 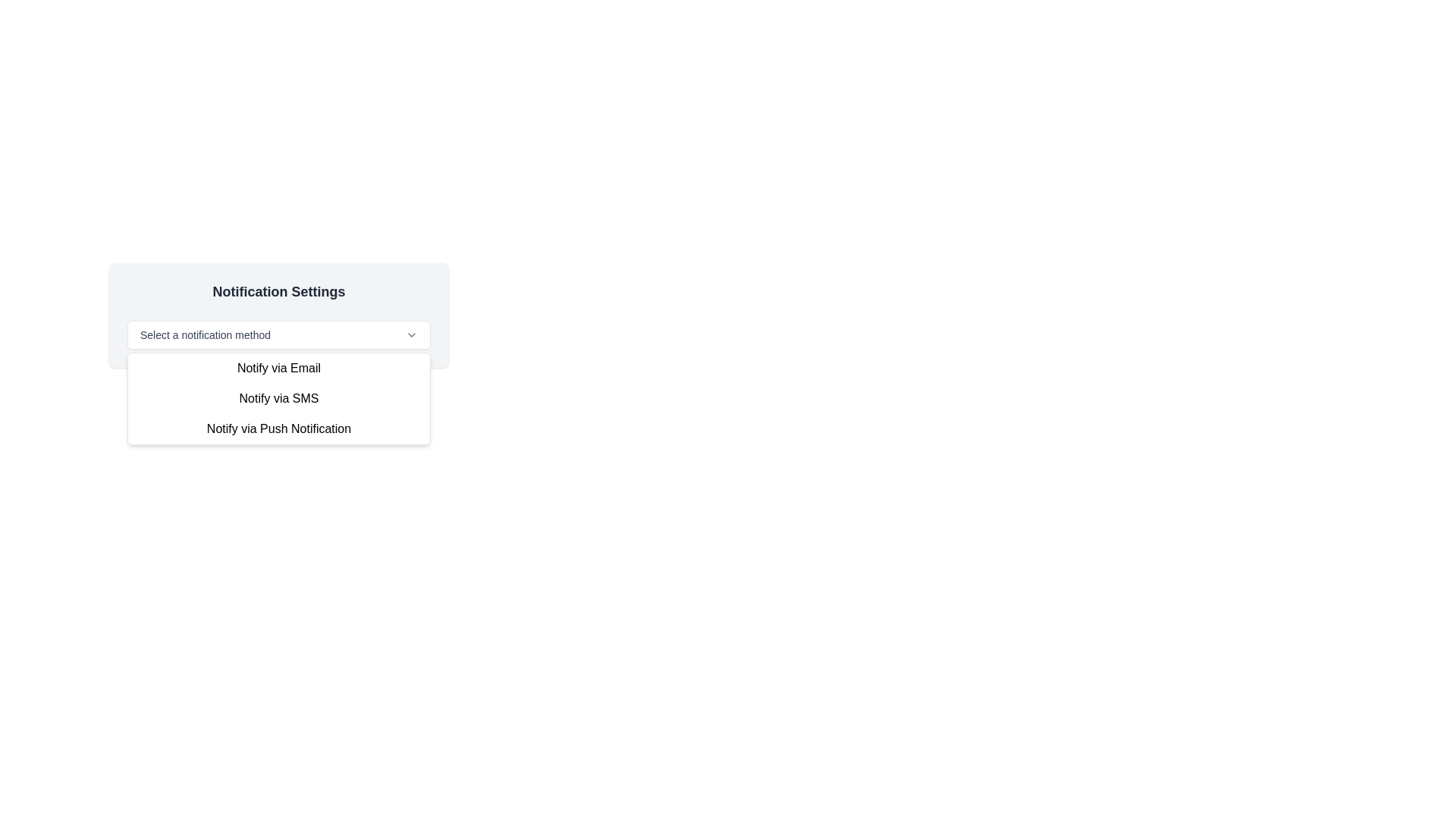 What do you see at coordinates (279, 315) in the screenshot?
I see `the dropdown menu in the notification settings card` at bounding box center [279, 315].